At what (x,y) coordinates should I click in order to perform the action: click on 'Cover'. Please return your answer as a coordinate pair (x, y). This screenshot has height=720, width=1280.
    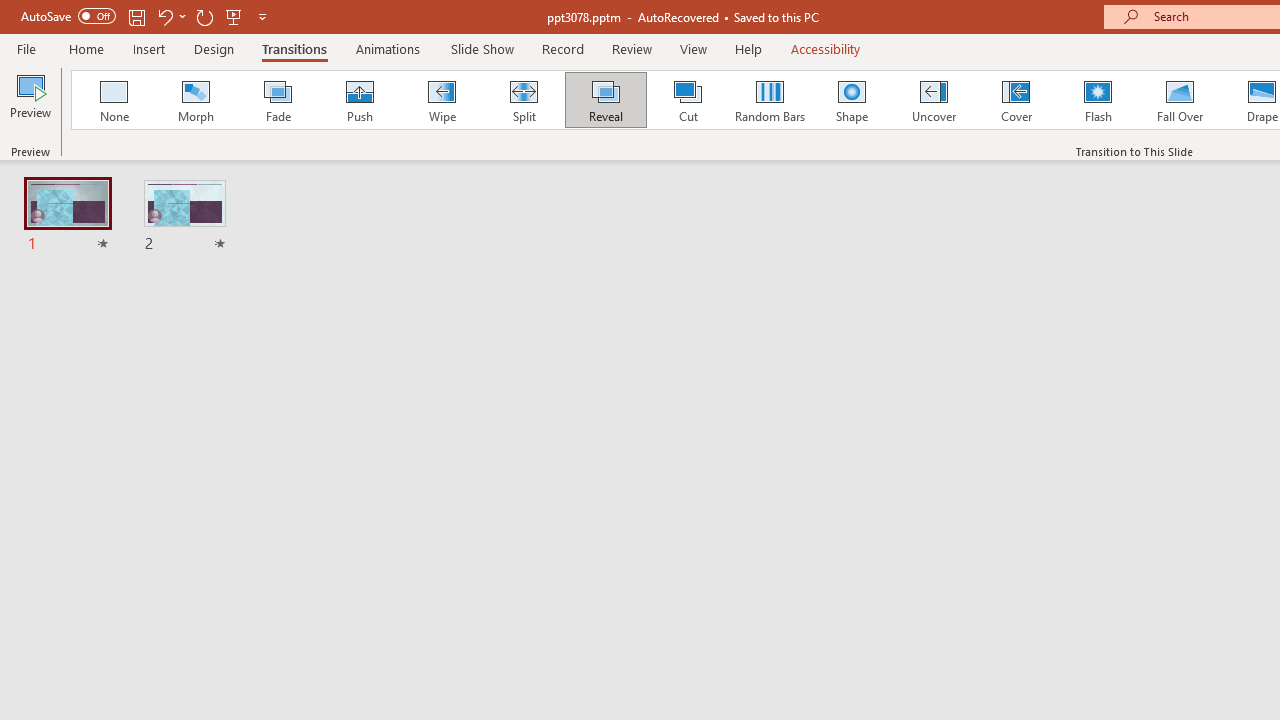
    Looking at the image, I should click on (1016, 100).